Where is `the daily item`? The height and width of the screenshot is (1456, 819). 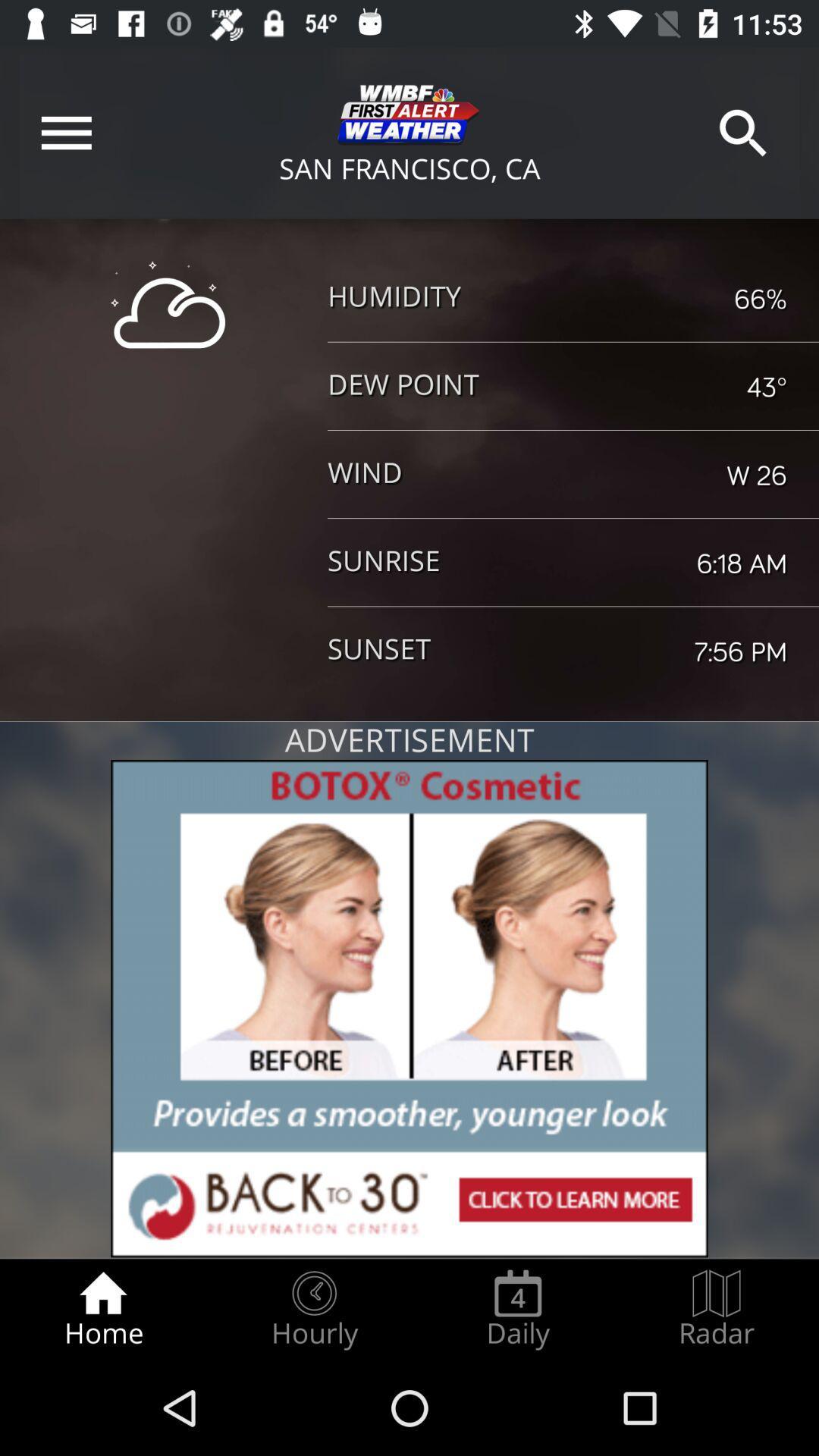
the daily item is located at coordinates (517, 1309).